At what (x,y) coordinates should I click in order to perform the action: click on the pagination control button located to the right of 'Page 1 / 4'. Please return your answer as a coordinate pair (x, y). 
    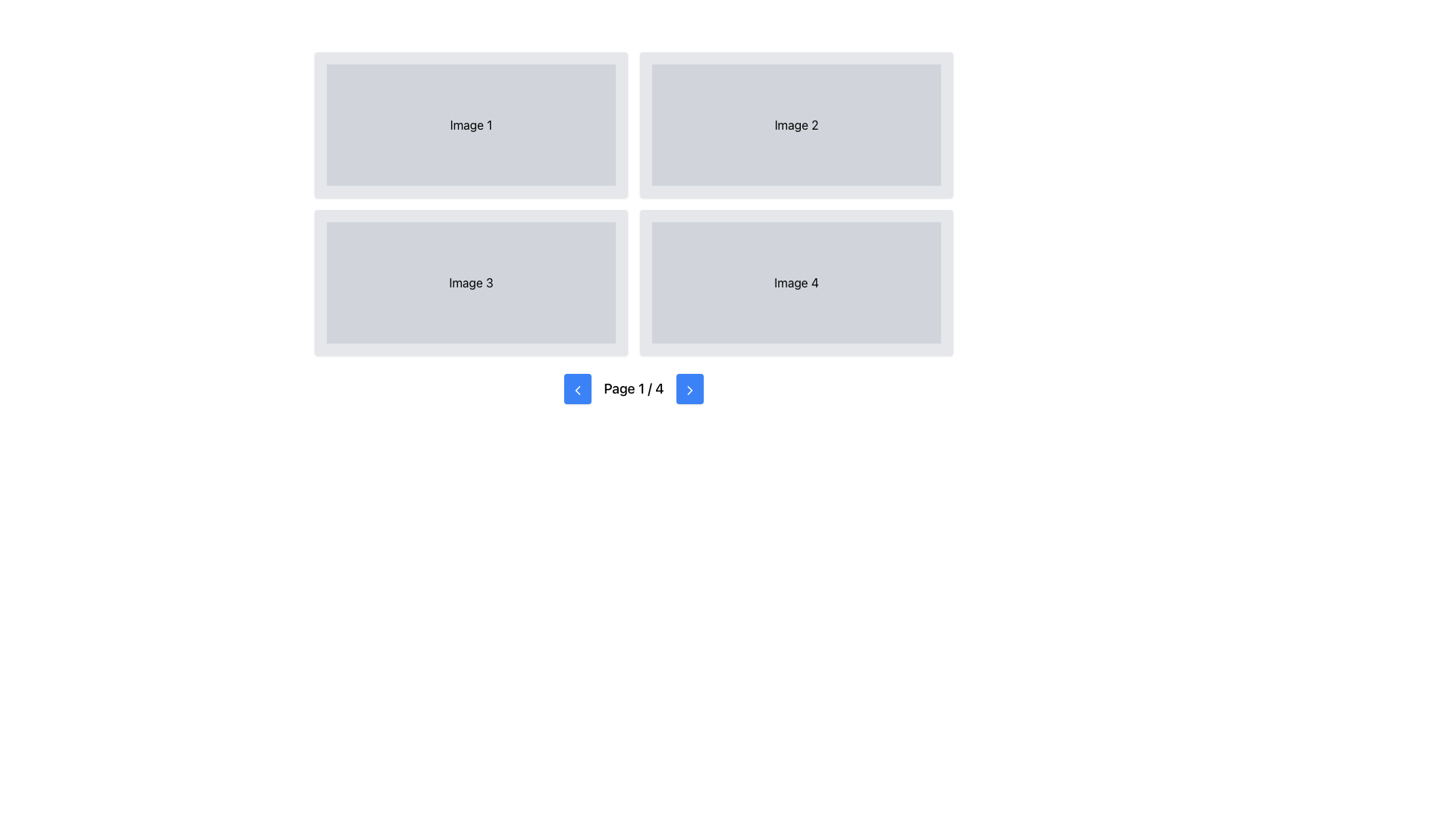
    Looking at the image, I should click on (689, 388).